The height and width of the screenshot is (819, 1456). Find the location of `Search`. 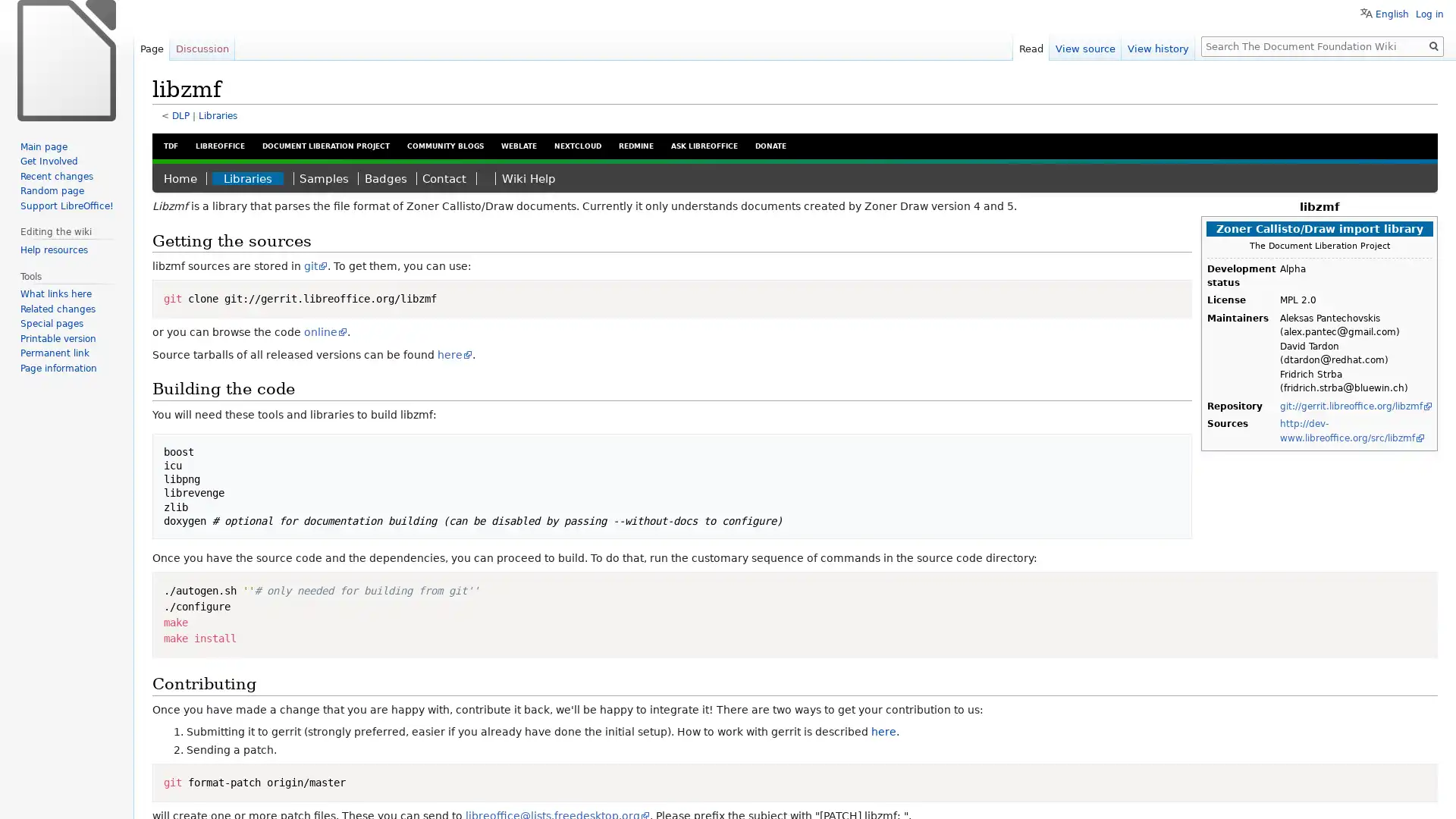

Search is located at coordinates (1433, 45).